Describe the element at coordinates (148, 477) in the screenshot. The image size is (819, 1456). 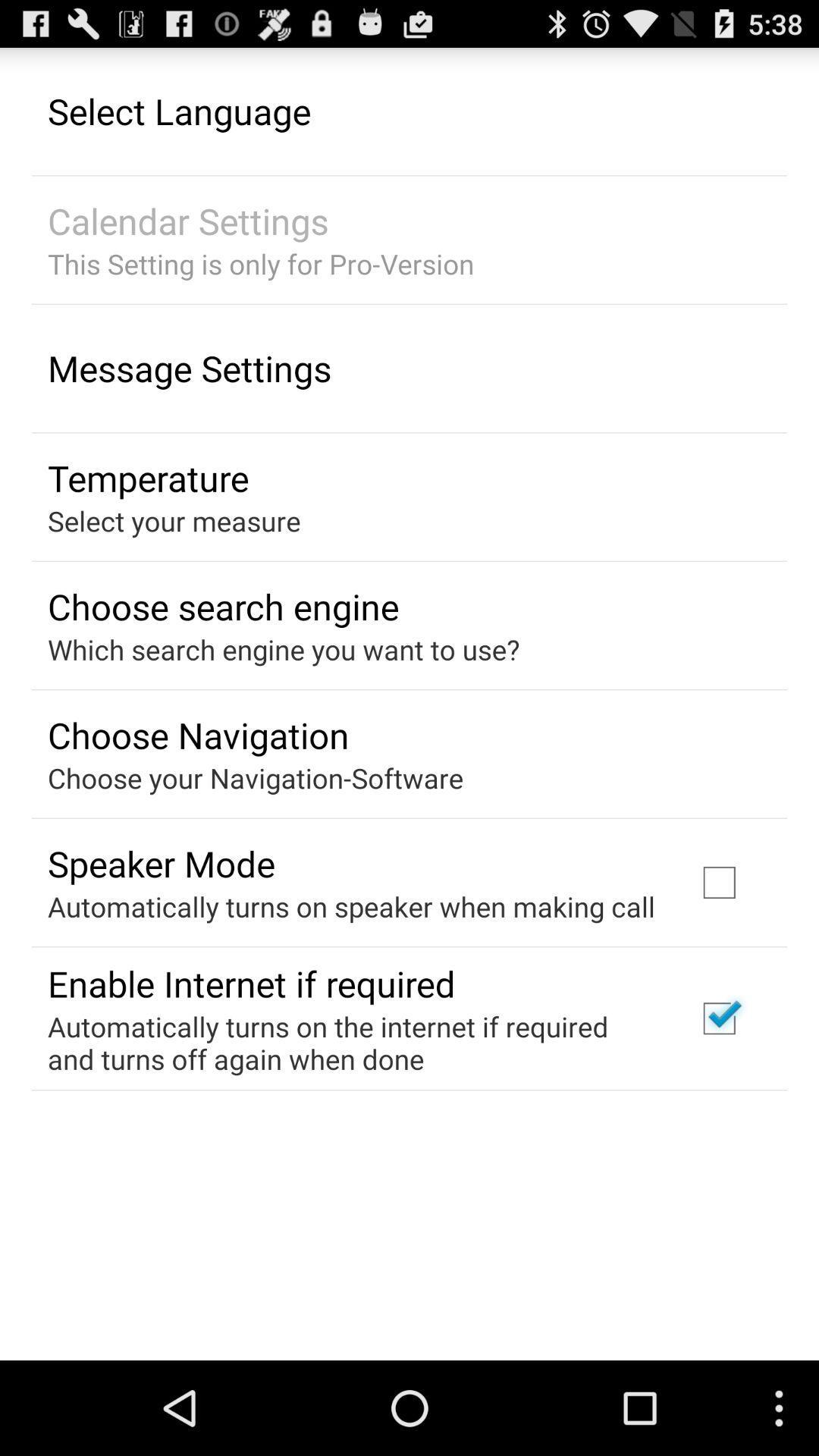
I see `the temperature app` at that location.